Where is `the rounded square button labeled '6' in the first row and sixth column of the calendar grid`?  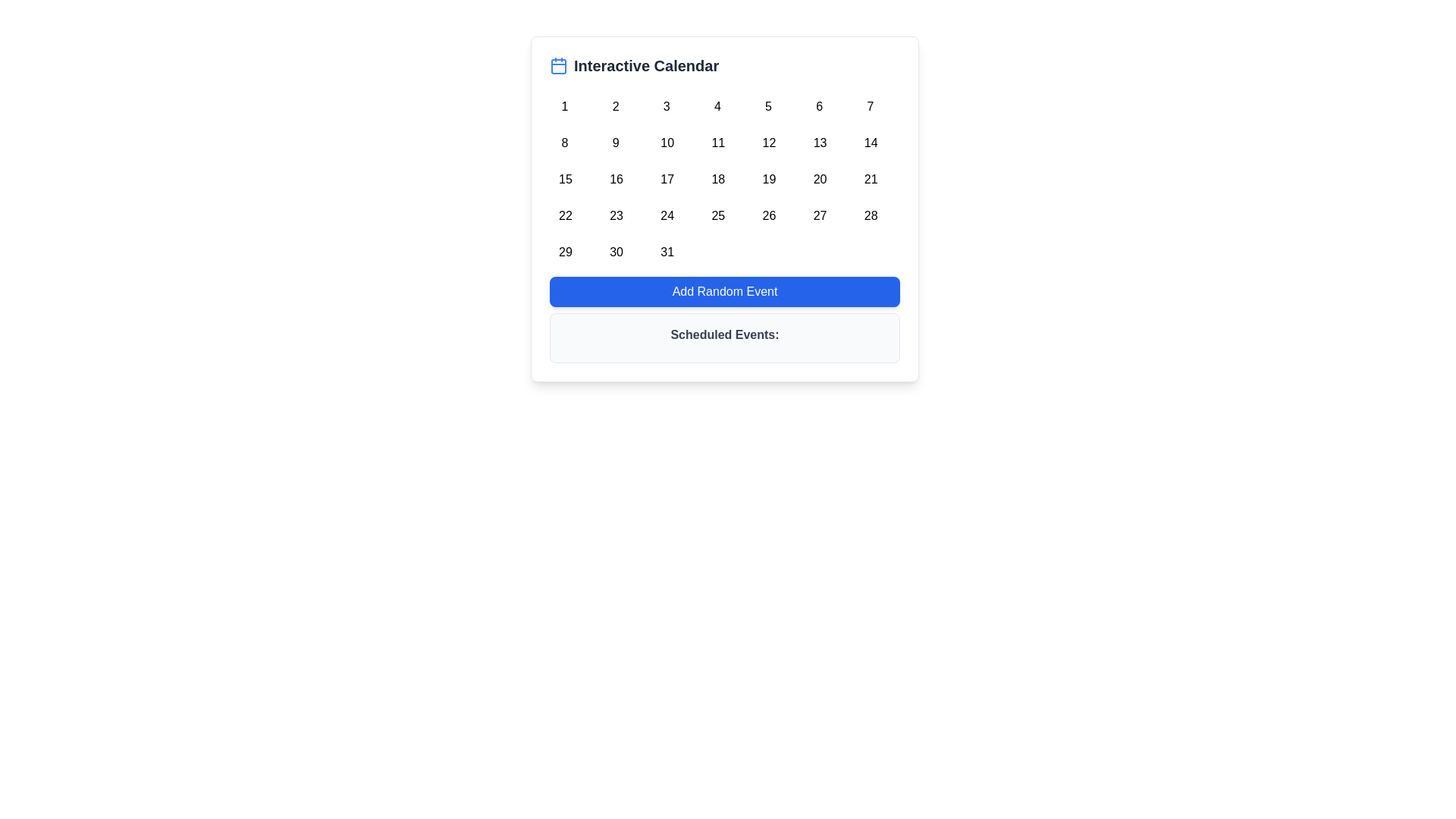 the rounded square button labeled '6' in the first row and sixth column of the calendar grid is located at coordinates (818, 103).